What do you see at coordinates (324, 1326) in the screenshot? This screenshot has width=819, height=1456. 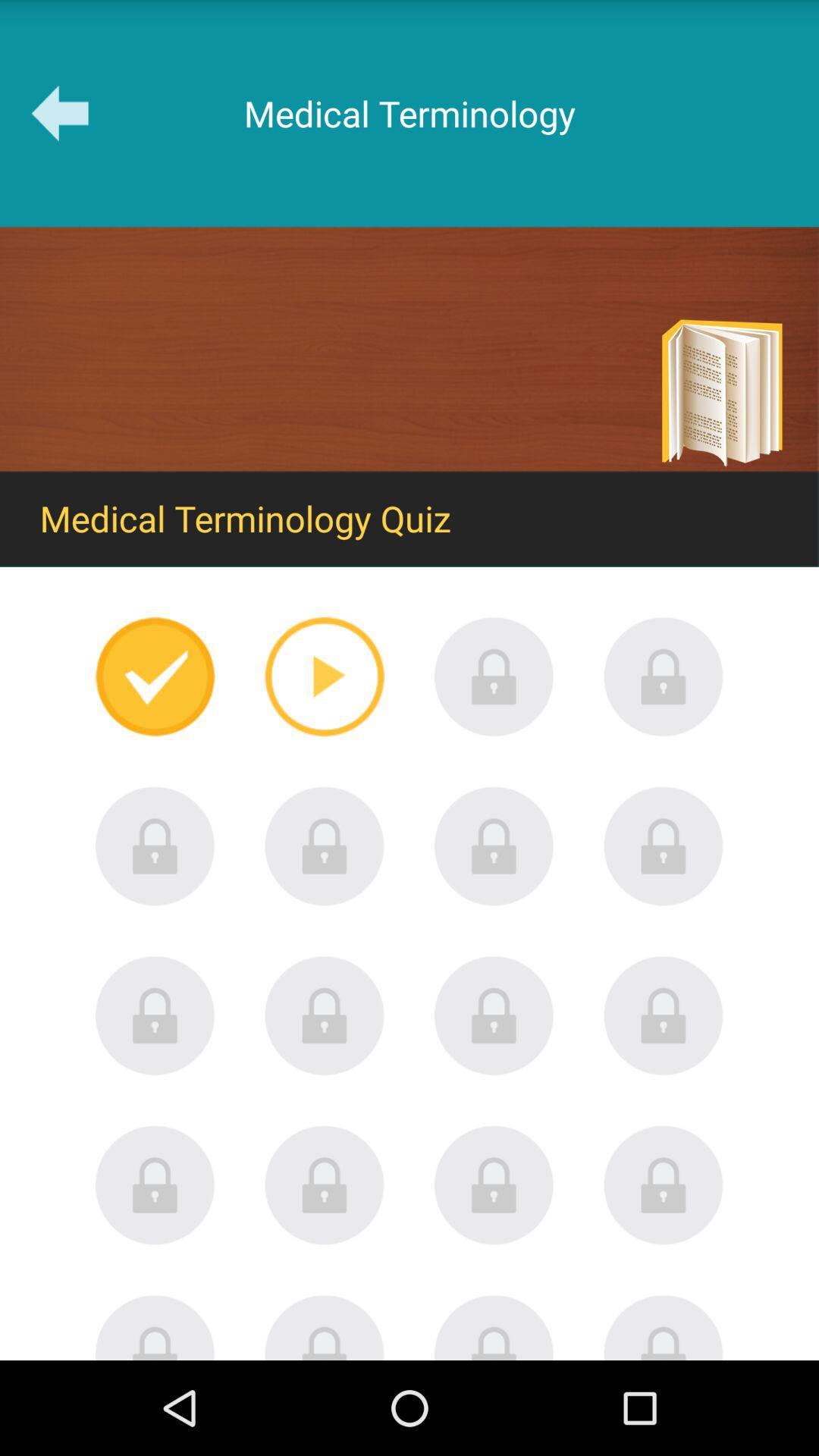 I see `locked question` at bounding box center [324, 1326].